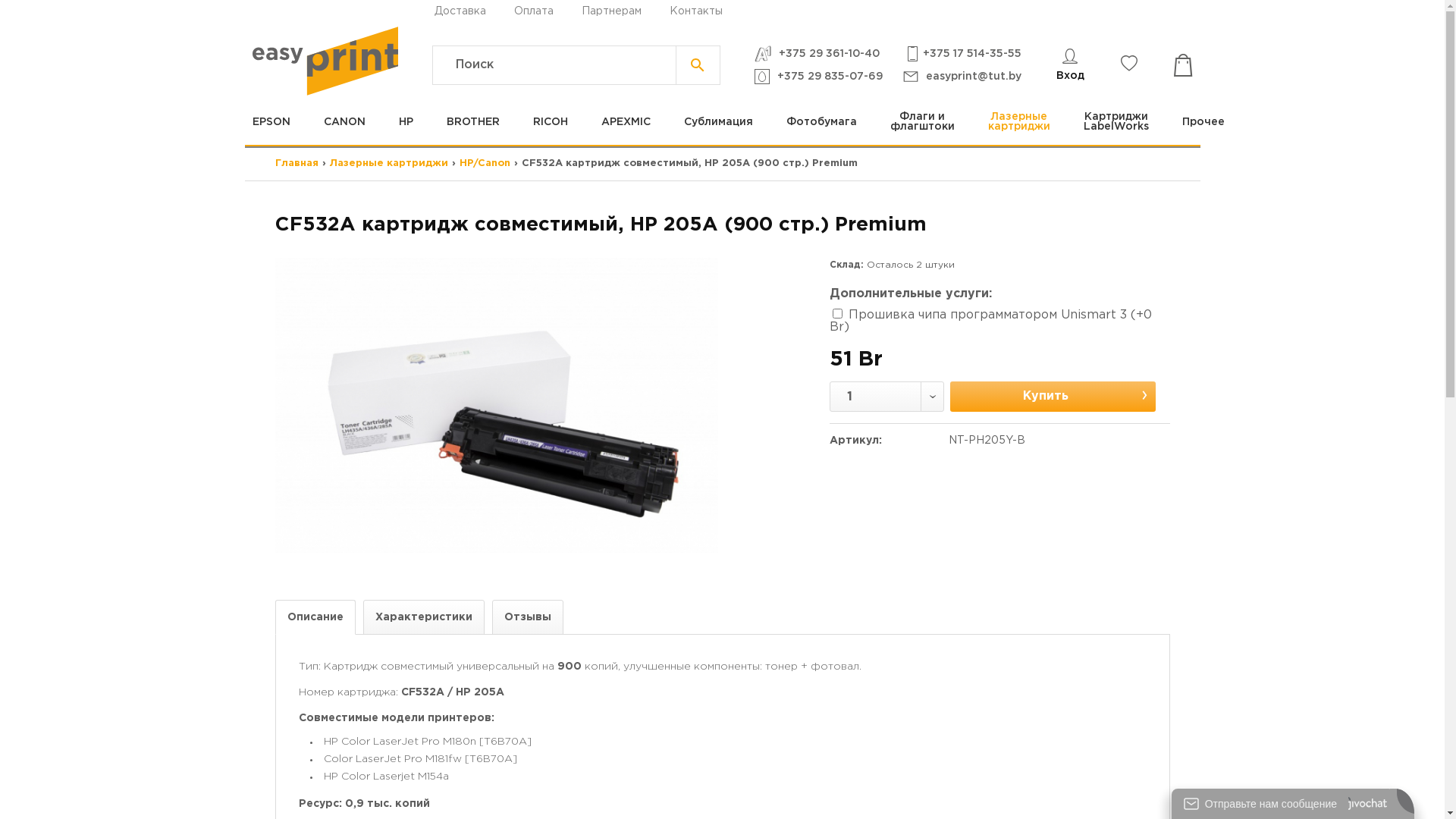 This screenshot has width=1456, height=819. I want to click on '+375 29 835-07-69', so click(817, 76).